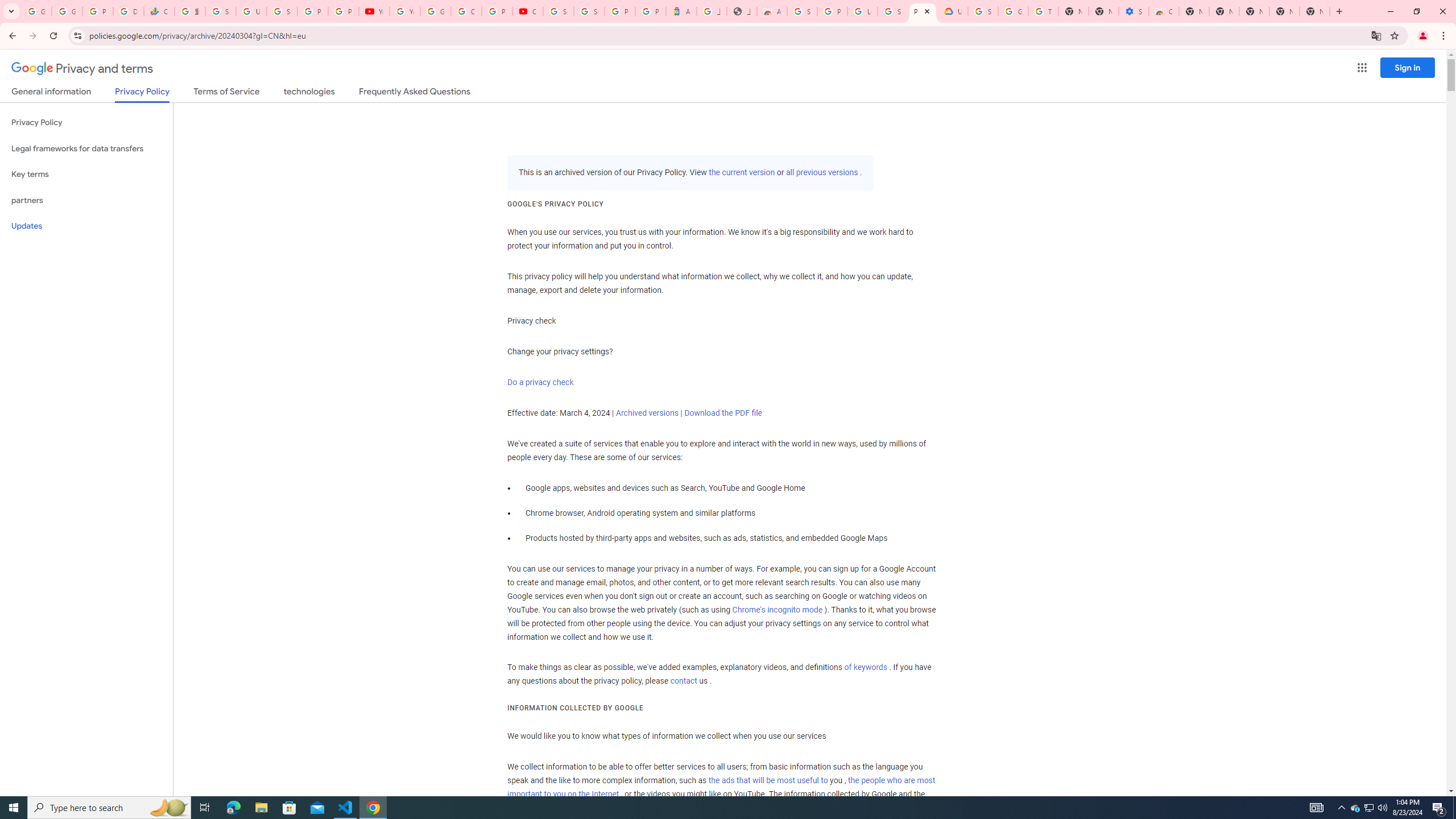 This screenshot has width=1456, height=819. What do you see at coordinates (821, 172) in the screenshot?
I see `'all previous versions'` at bounding box center [821, 172].